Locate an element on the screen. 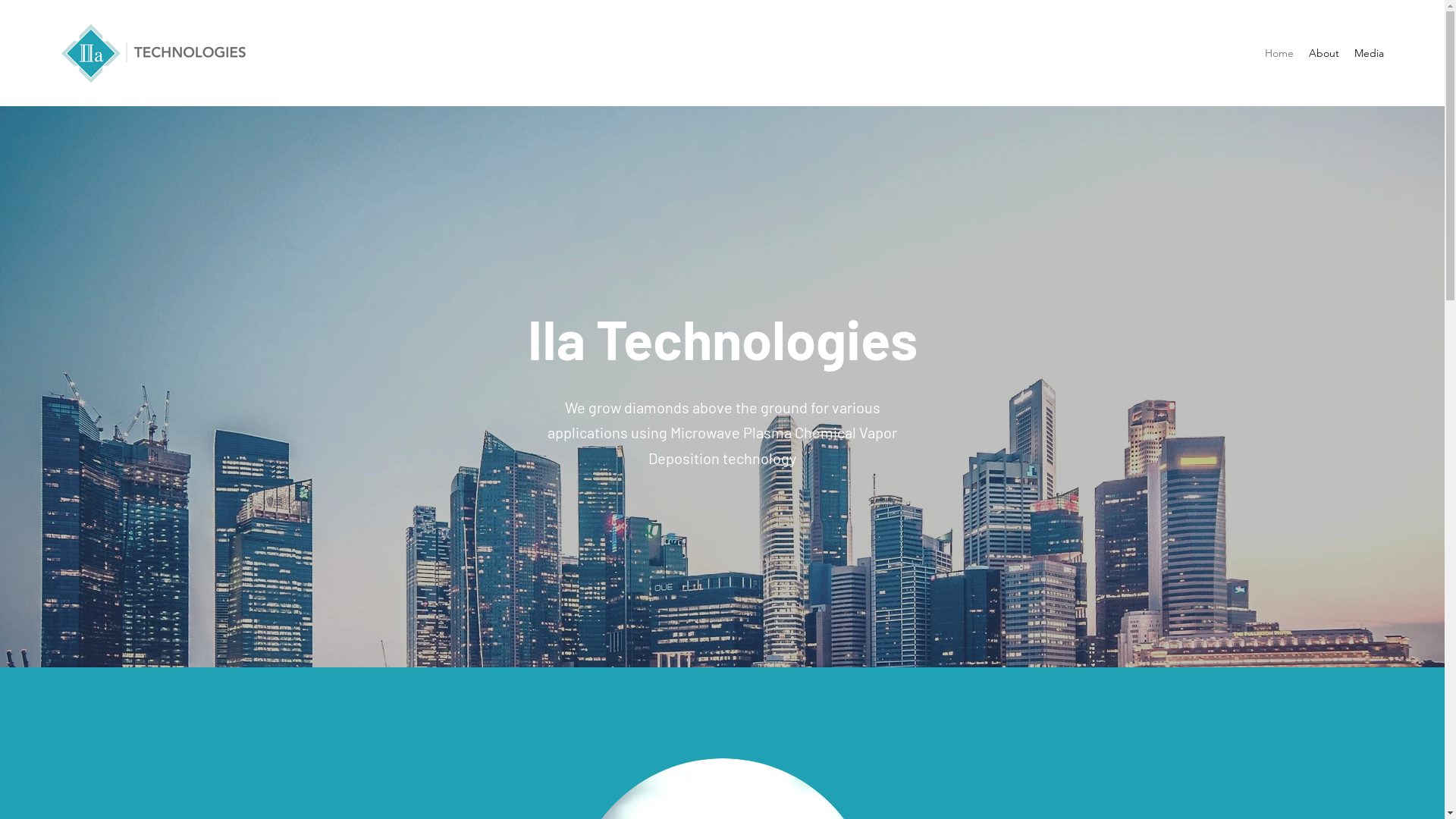 The width and height of the screenshot is (1456, 819). 'Media' is located at coordinates (1369, 52).